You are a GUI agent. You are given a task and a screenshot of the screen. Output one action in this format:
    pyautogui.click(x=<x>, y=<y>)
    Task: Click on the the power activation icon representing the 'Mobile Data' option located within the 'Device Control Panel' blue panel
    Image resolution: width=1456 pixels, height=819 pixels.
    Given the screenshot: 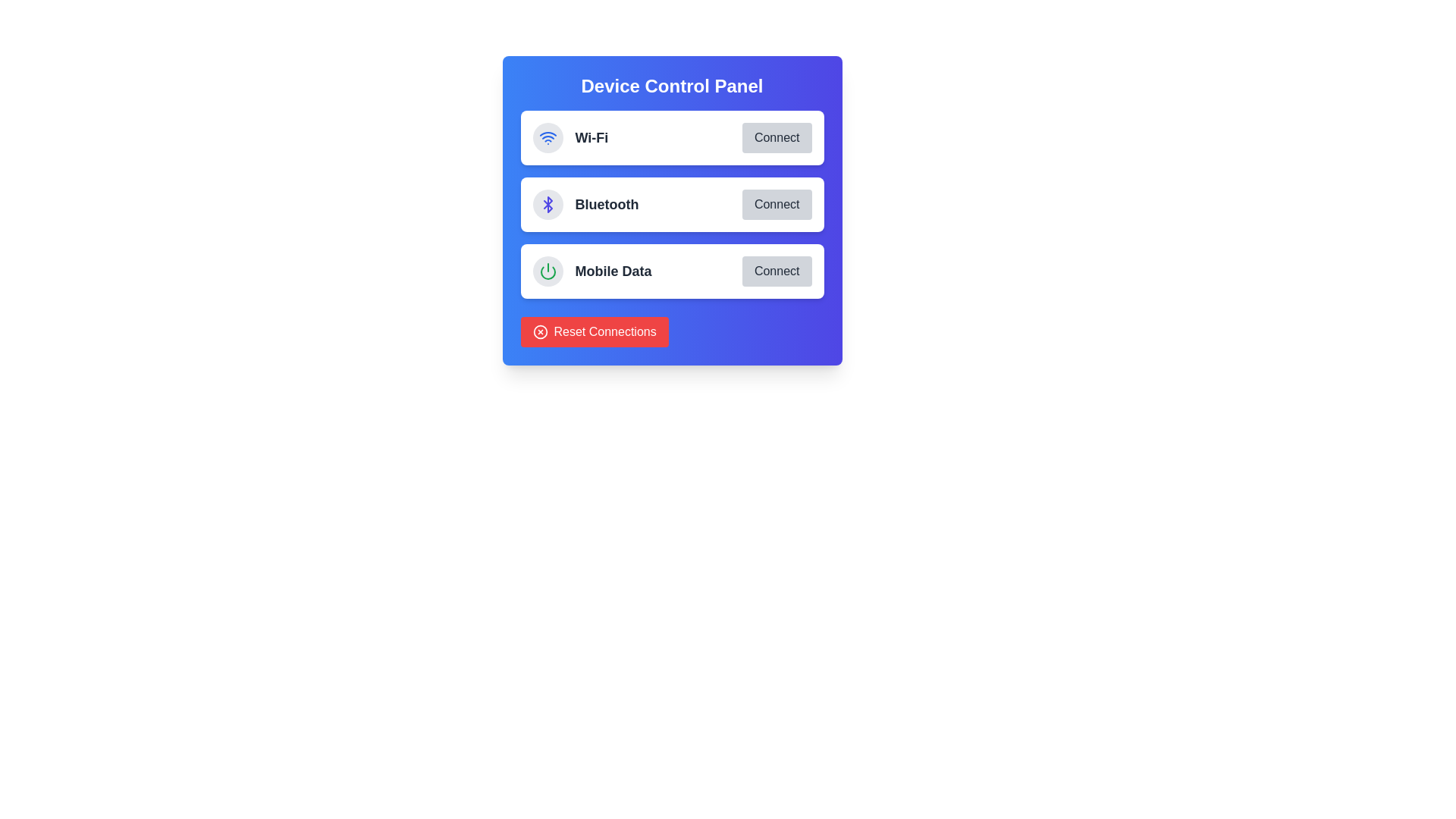 What is the action you would take?
    pyautogui.click(x=547, y=271)
    